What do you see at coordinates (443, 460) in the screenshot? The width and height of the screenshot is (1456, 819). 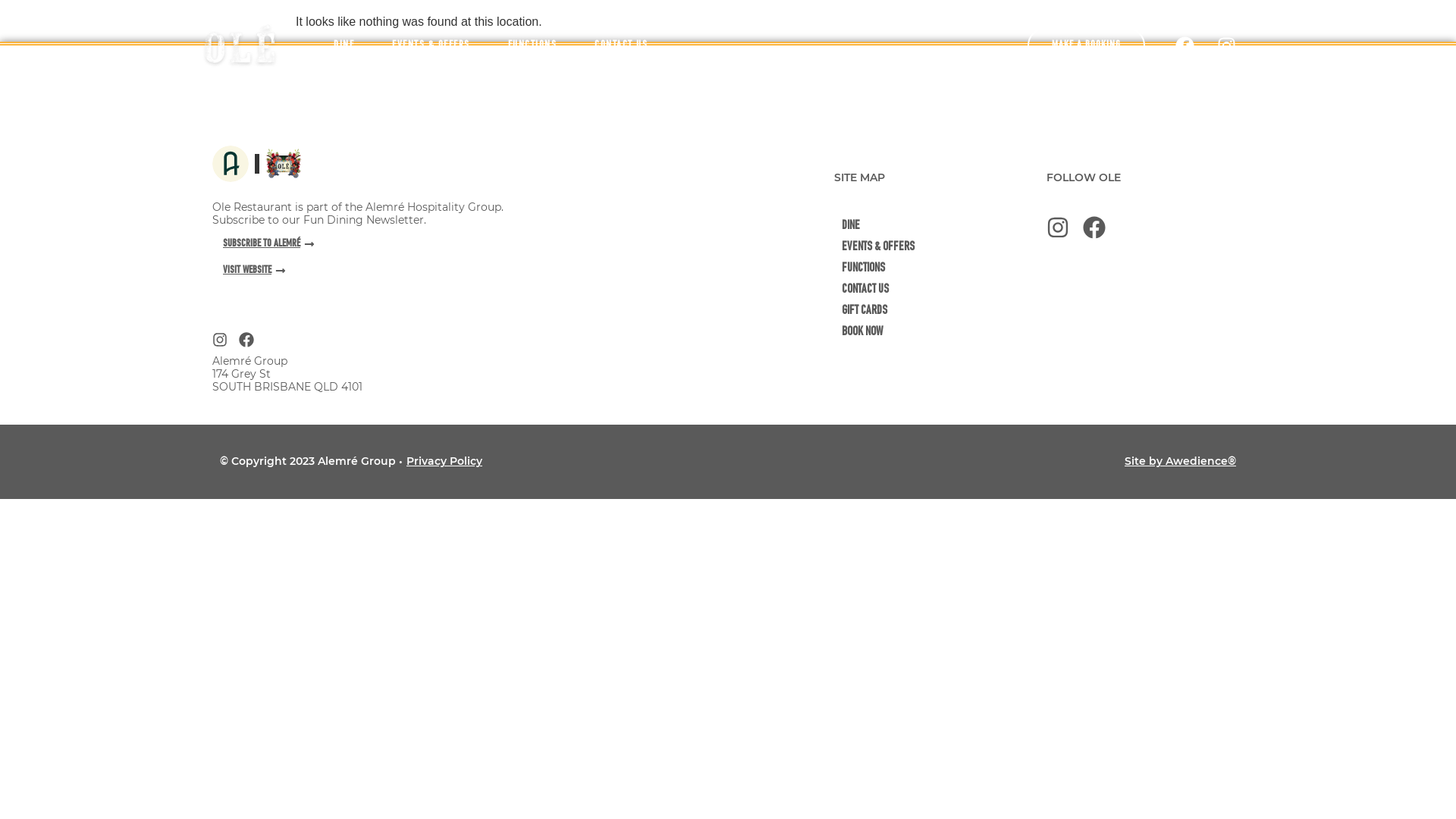 I see `'Privacy Policy'` at bounding box center [443, 460].